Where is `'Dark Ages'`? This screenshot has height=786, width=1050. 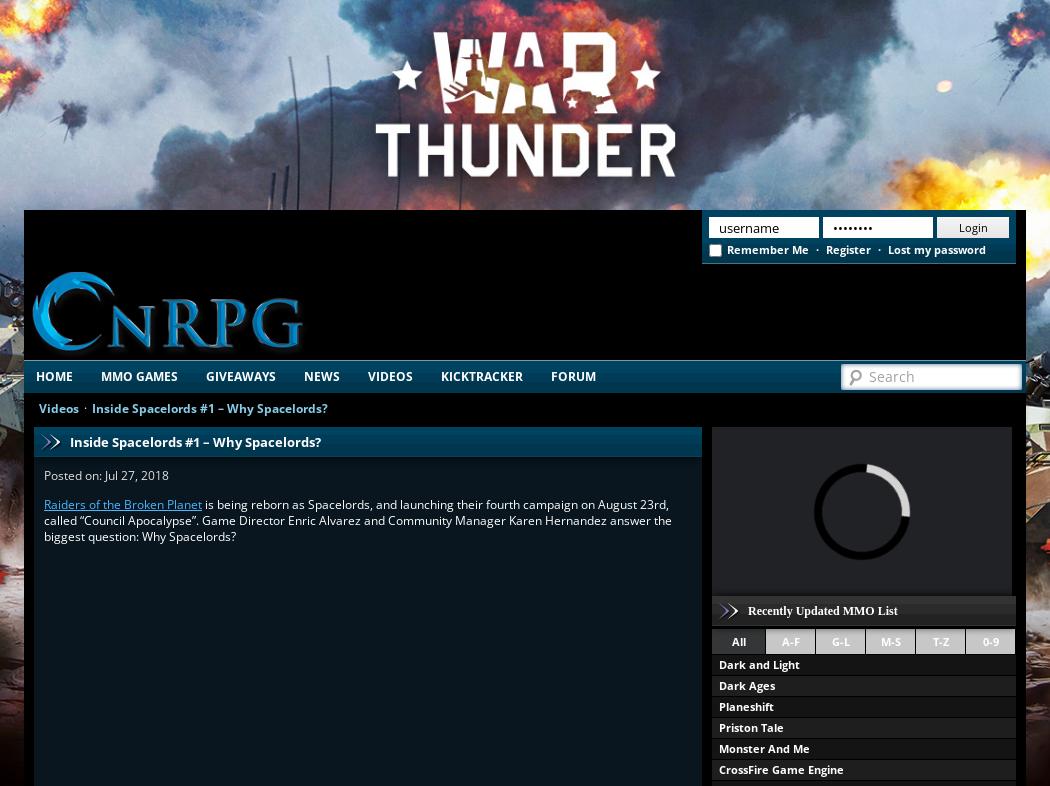 'Dark Ages' is located at coordinates (745, 685).